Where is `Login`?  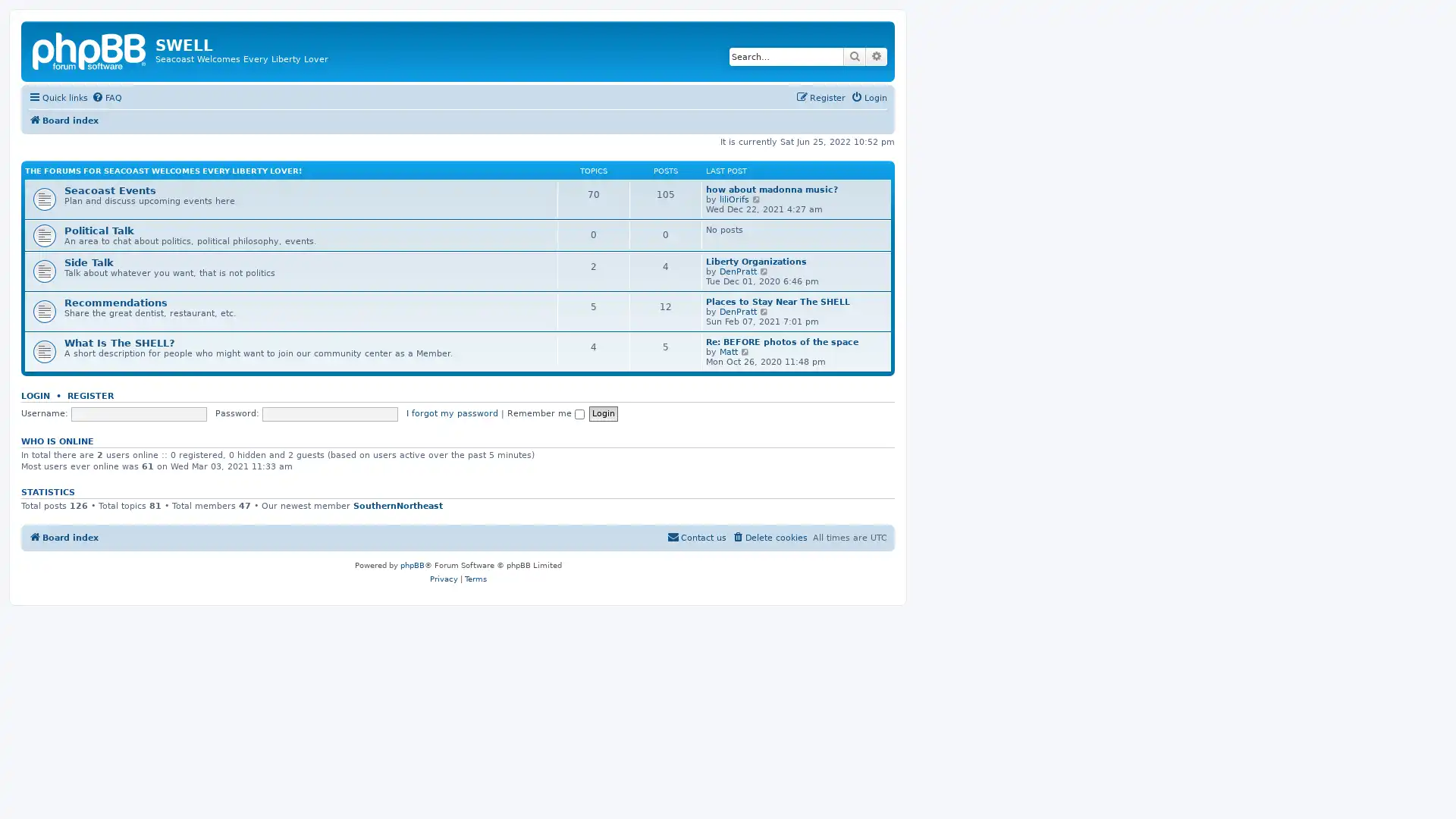 Login is located at coordinates (602, 413).